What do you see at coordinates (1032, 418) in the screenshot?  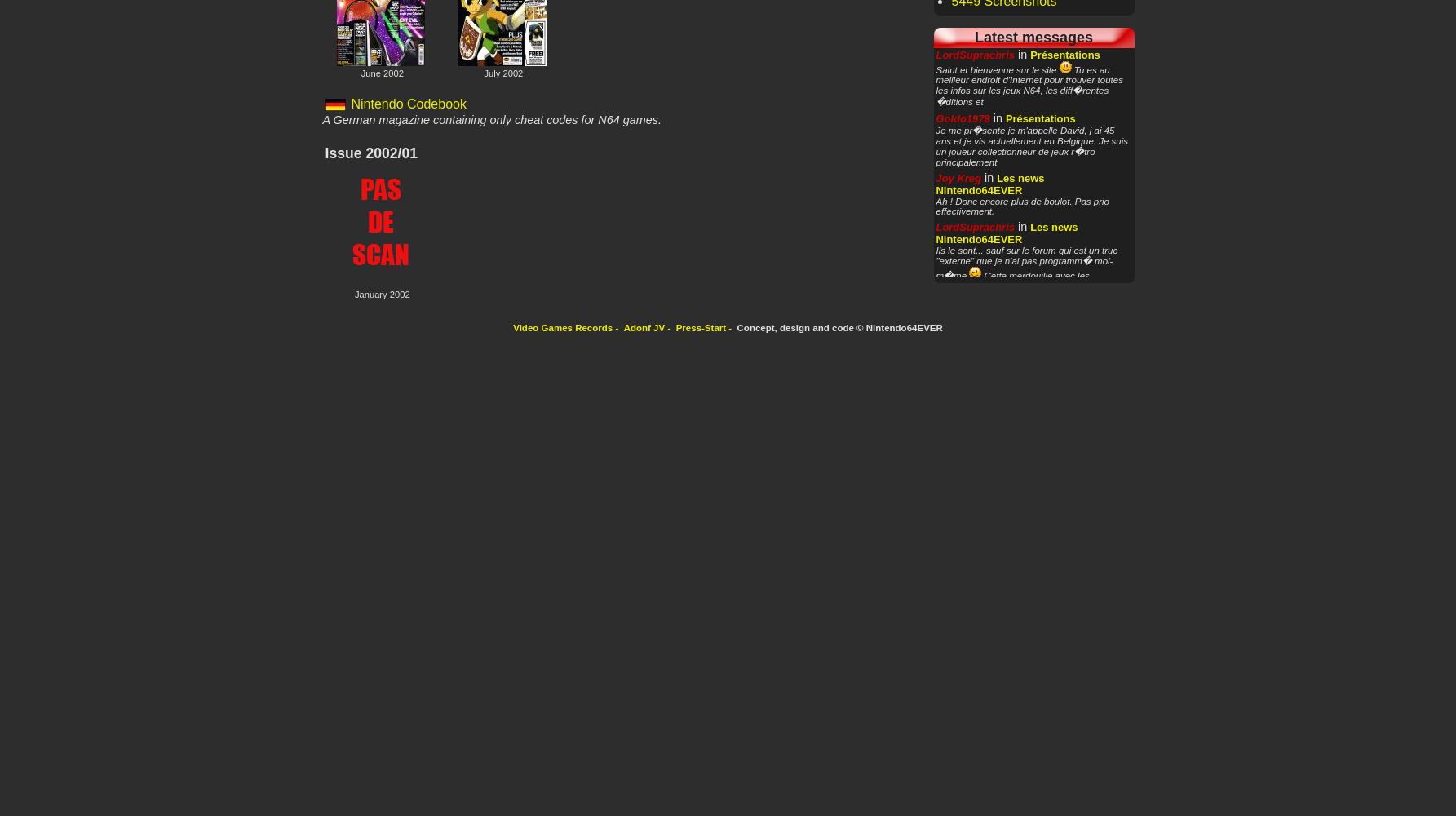 I see `'Ok, je vais continuer � faire les lives sur Nintendo 64. J'ai eu un creux de 10 mois pendant lesquels je n'ai pas stream�. Mais j'ai repris l�.'` at bounding box center [1032, 418].